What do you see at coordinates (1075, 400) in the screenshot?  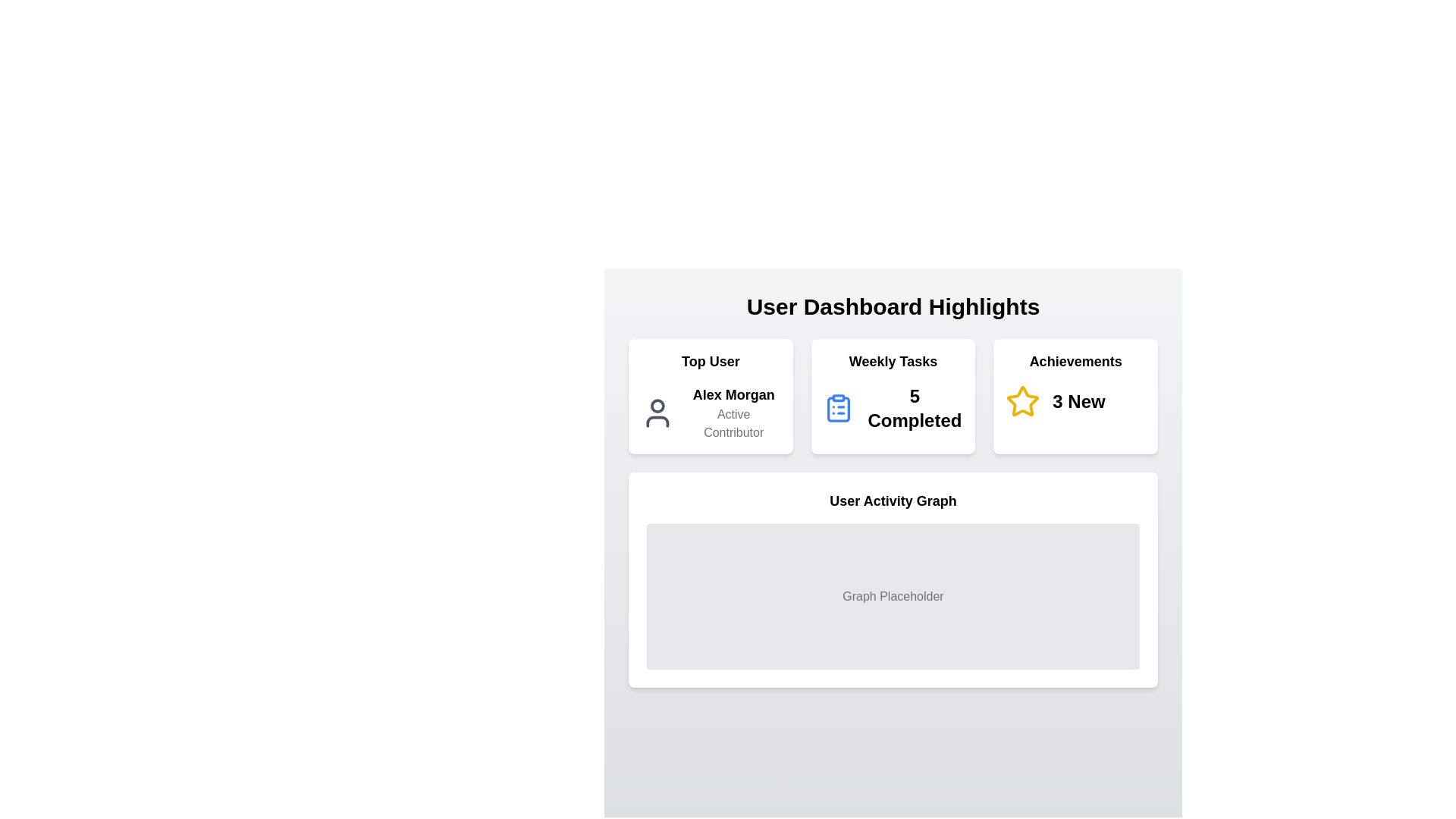 I see `the '3 New' text with the yellow star icon from the Achievements card` at bounding box center [1075, 400].